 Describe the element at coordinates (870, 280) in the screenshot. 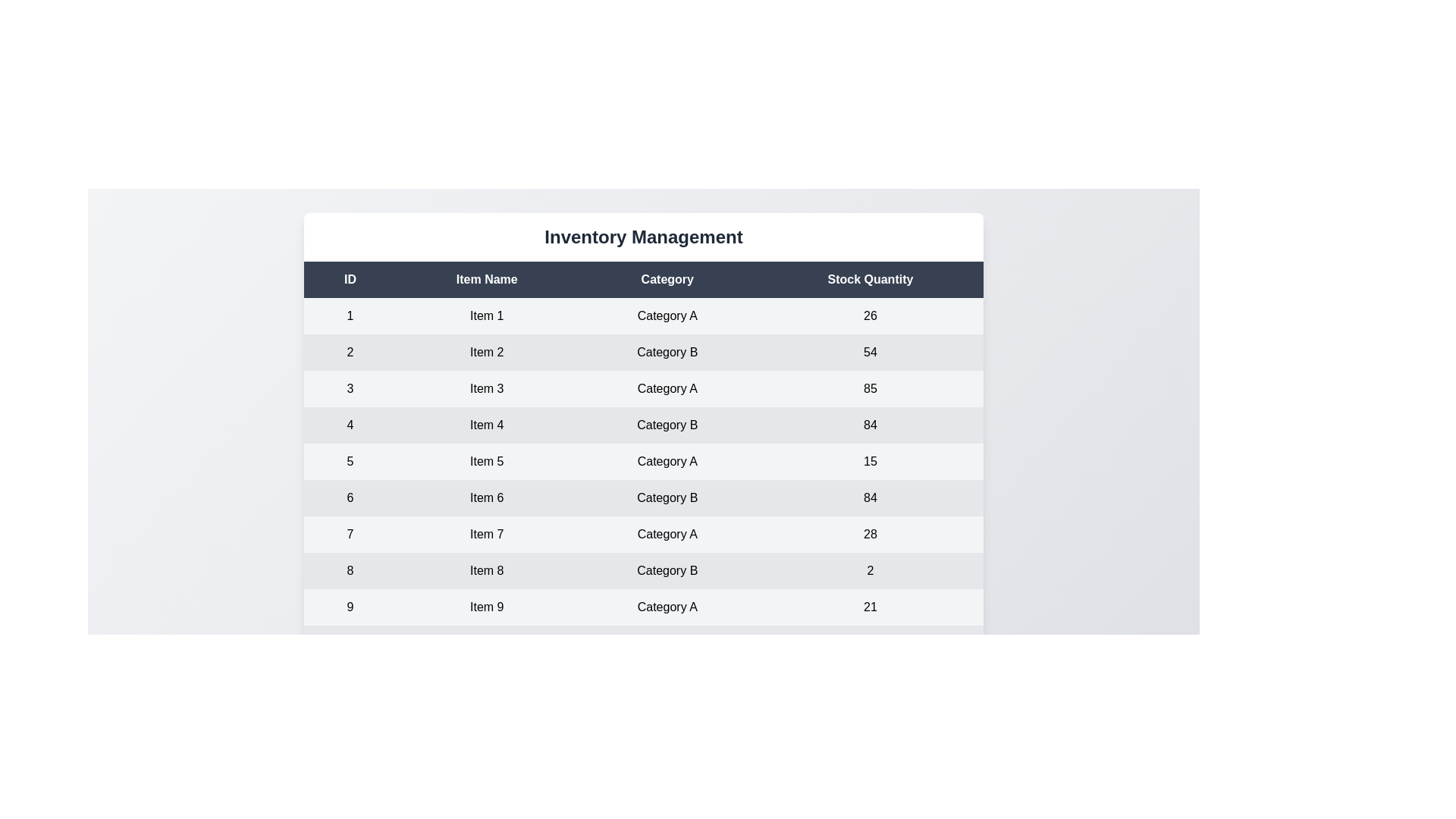

I see `the header Stock Quantity in the table` at that location.